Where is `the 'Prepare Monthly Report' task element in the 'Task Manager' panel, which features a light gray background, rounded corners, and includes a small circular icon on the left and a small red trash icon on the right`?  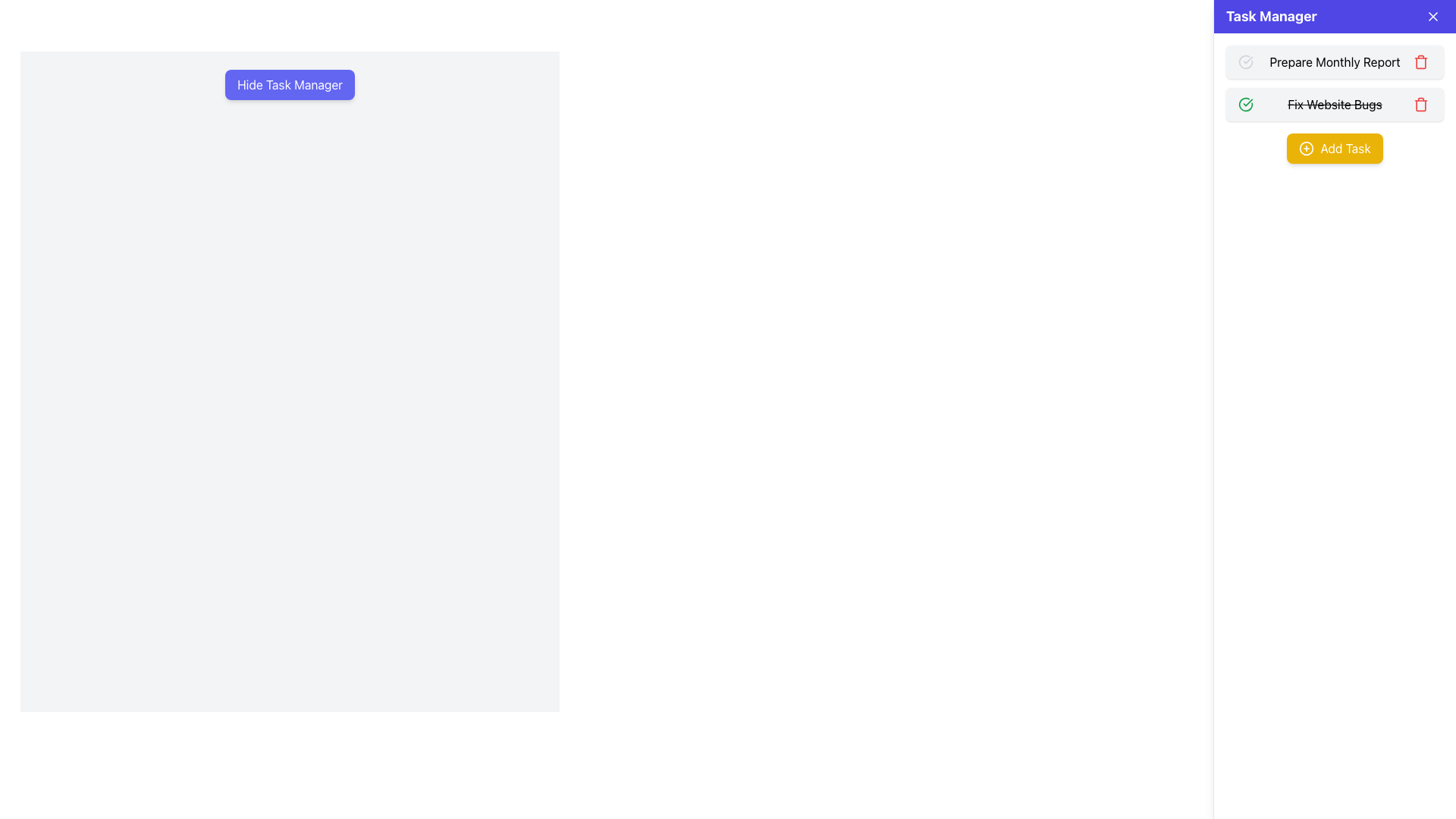
the 'Prepare Monthly Report' task element in the 'Task Manager' panel, which features a light gray background, rounded corners, and includes a small circular icon on the left and a small red trash icon on the right is located at coordinates (1335, 61).